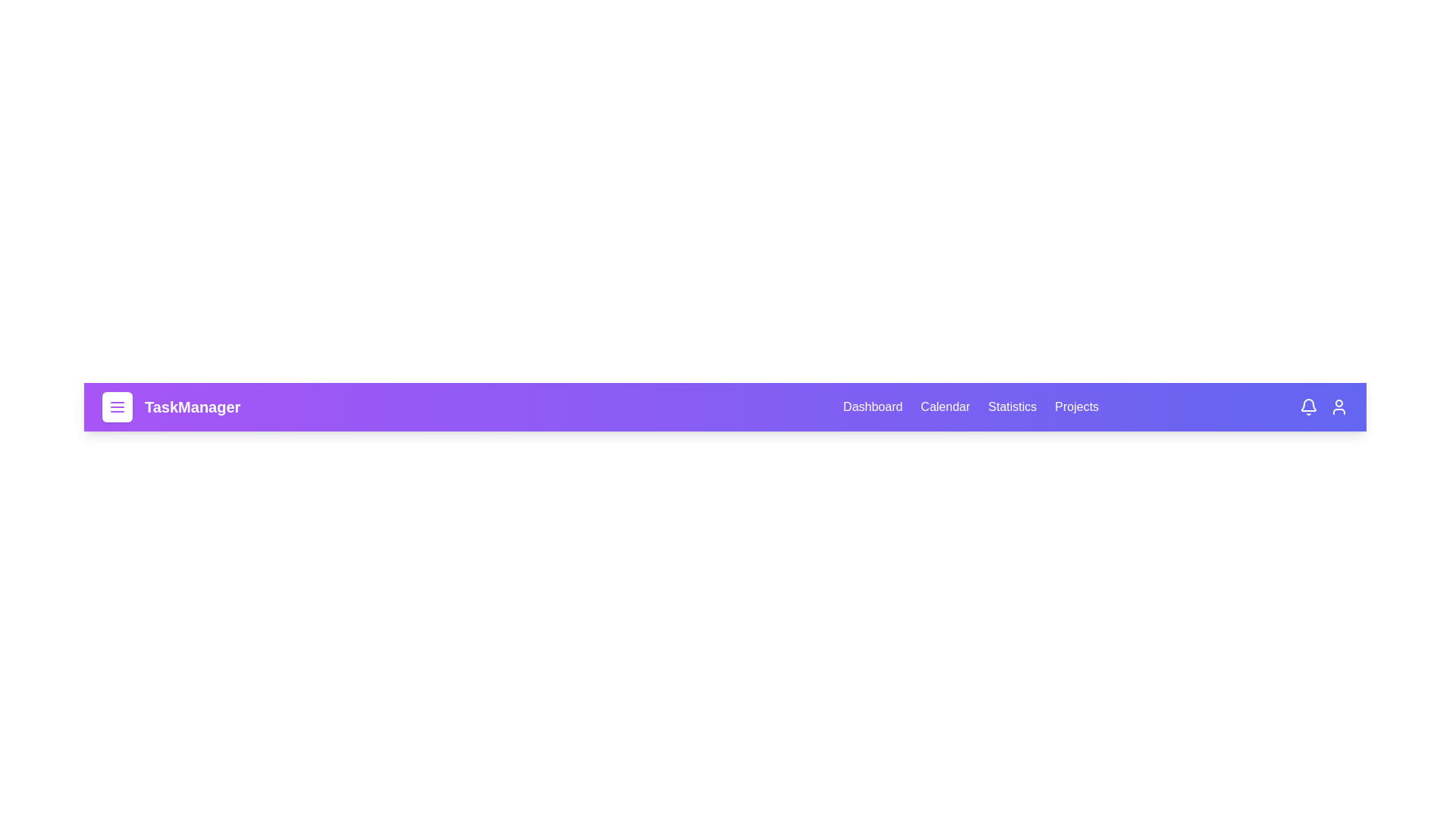 Image resolution: width=1456 pixels, height=819 pixels. What do you see at coordinates (1012, 406) in the screenshot?
I see `the Statistics tab to navigate to the respective section` at bounding box center [1012, 406].